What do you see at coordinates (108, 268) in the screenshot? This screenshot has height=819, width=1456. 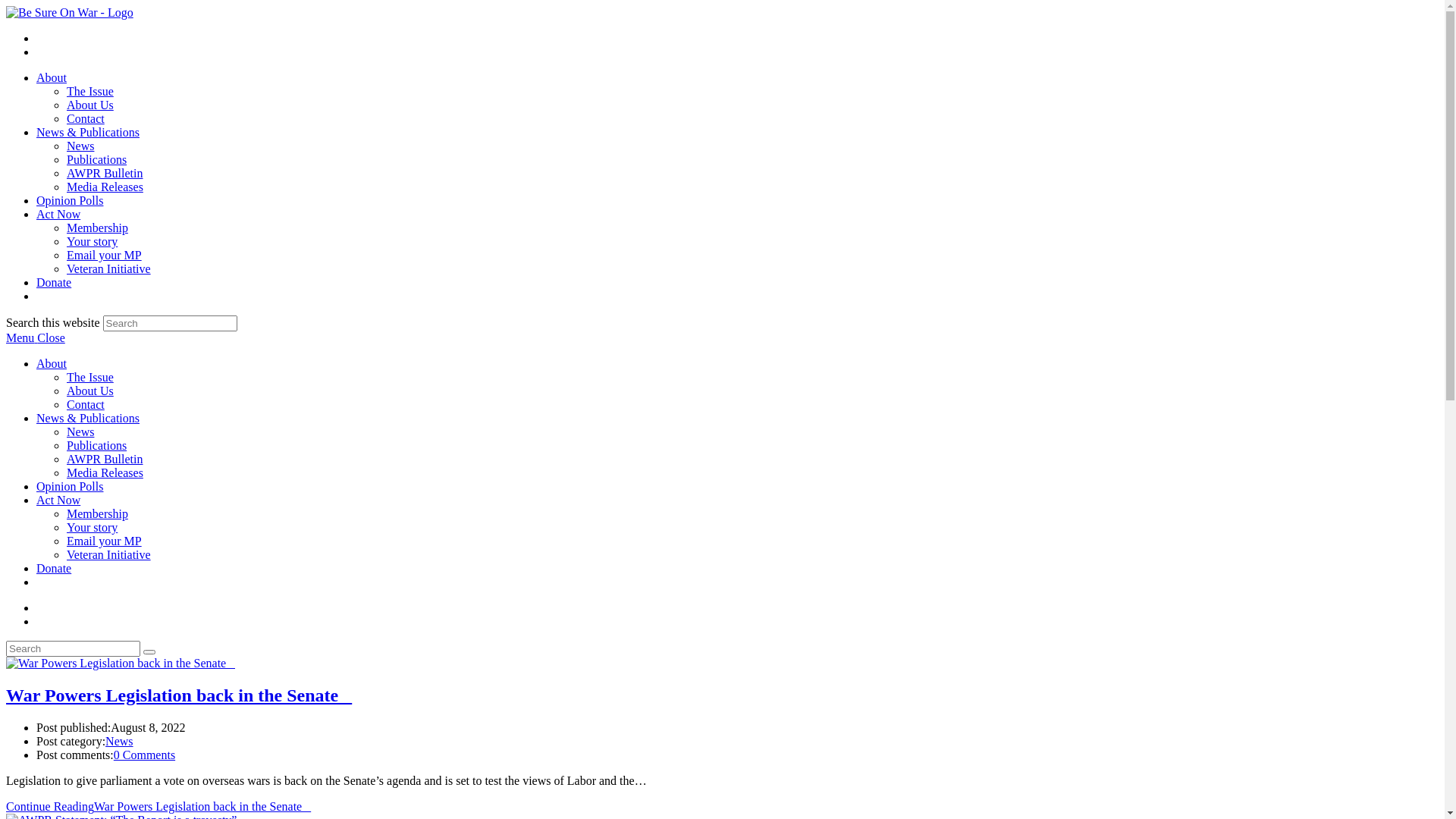 I see `'Veteran Initiative'` at bounding box center [108, 268].